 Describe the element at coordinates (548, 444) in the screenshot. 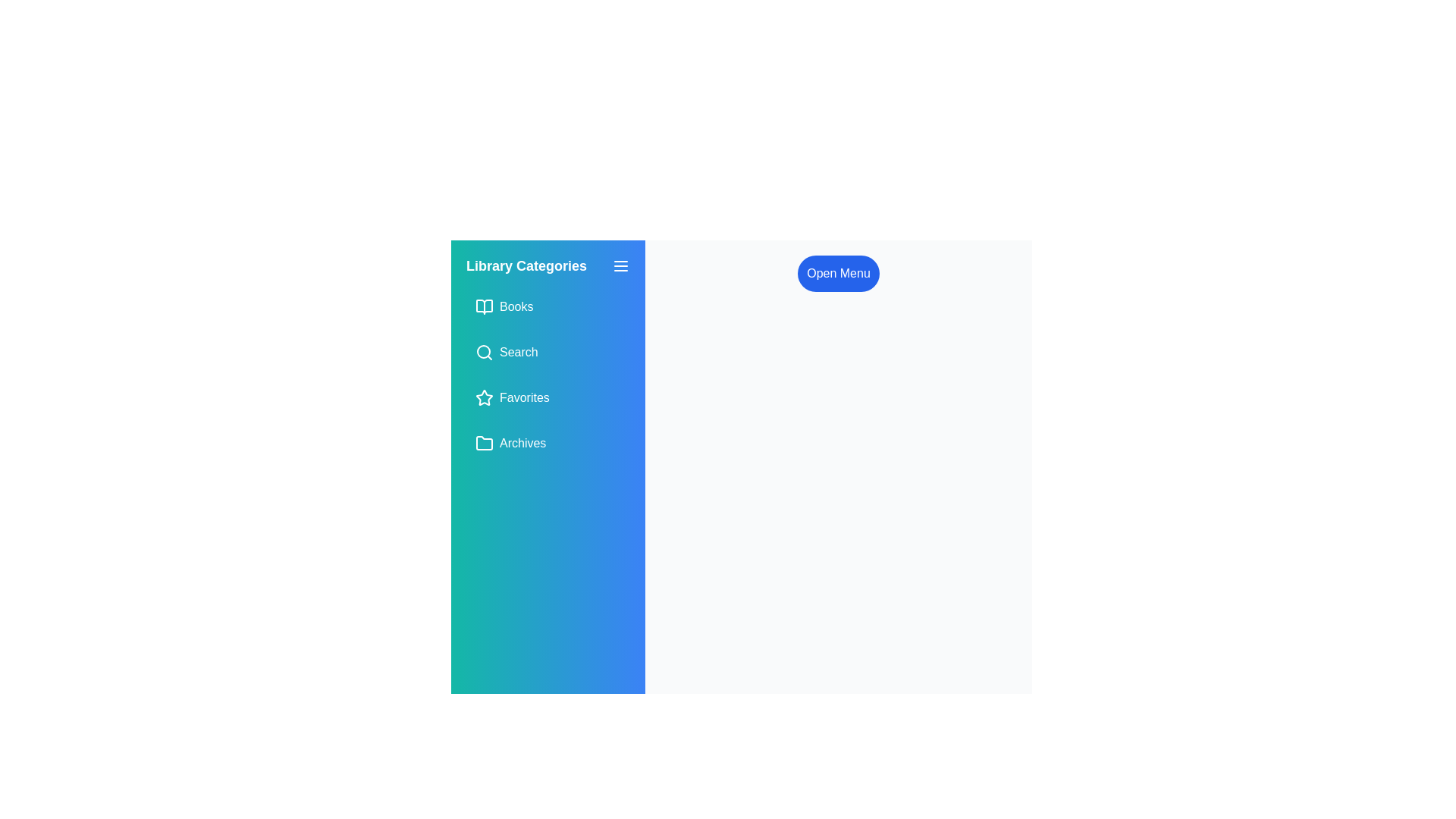

I see `the 'Archives' button in the sidebar` at that location.